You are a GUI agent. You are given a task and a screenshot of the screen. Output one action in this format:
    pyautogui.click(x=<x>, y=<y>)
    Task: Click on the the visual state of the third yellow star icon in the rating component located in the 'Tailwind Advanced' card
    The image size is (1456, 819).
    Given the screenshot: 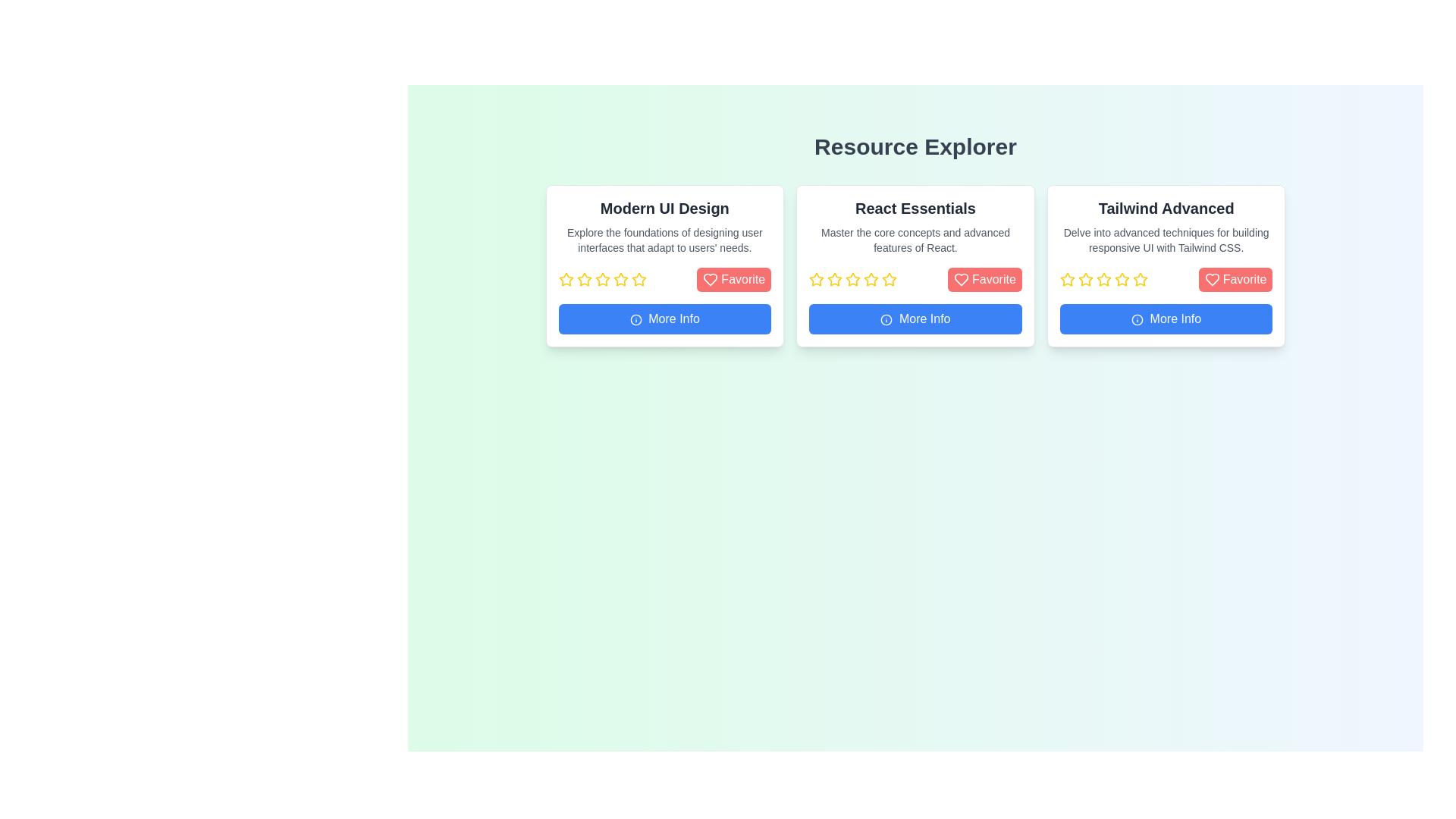 What is the action you would take?
    pyautogui.click(x=1103, y=279)
    